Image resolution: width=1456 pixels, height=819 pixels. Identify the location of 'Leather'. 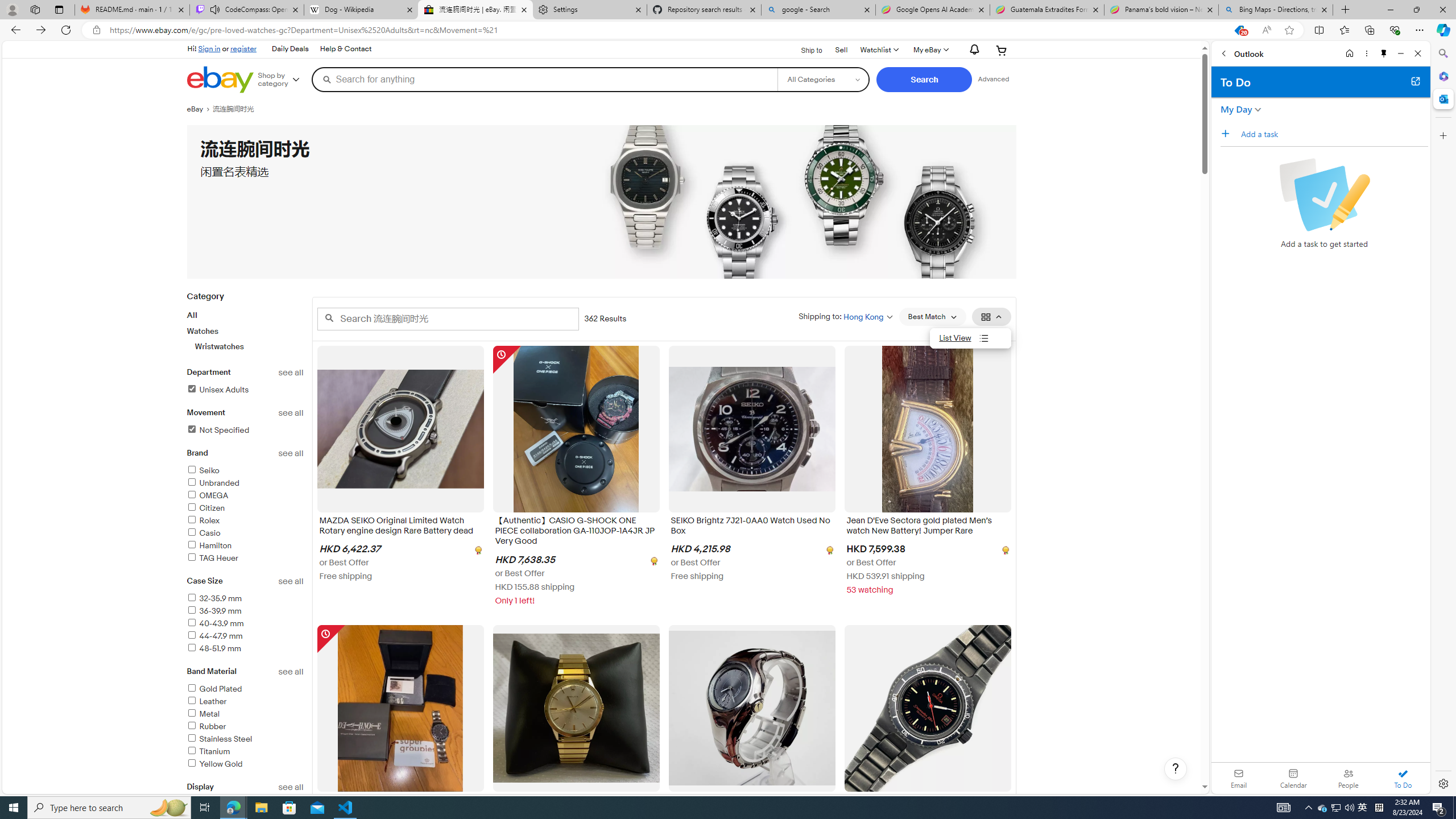
(206, 701).